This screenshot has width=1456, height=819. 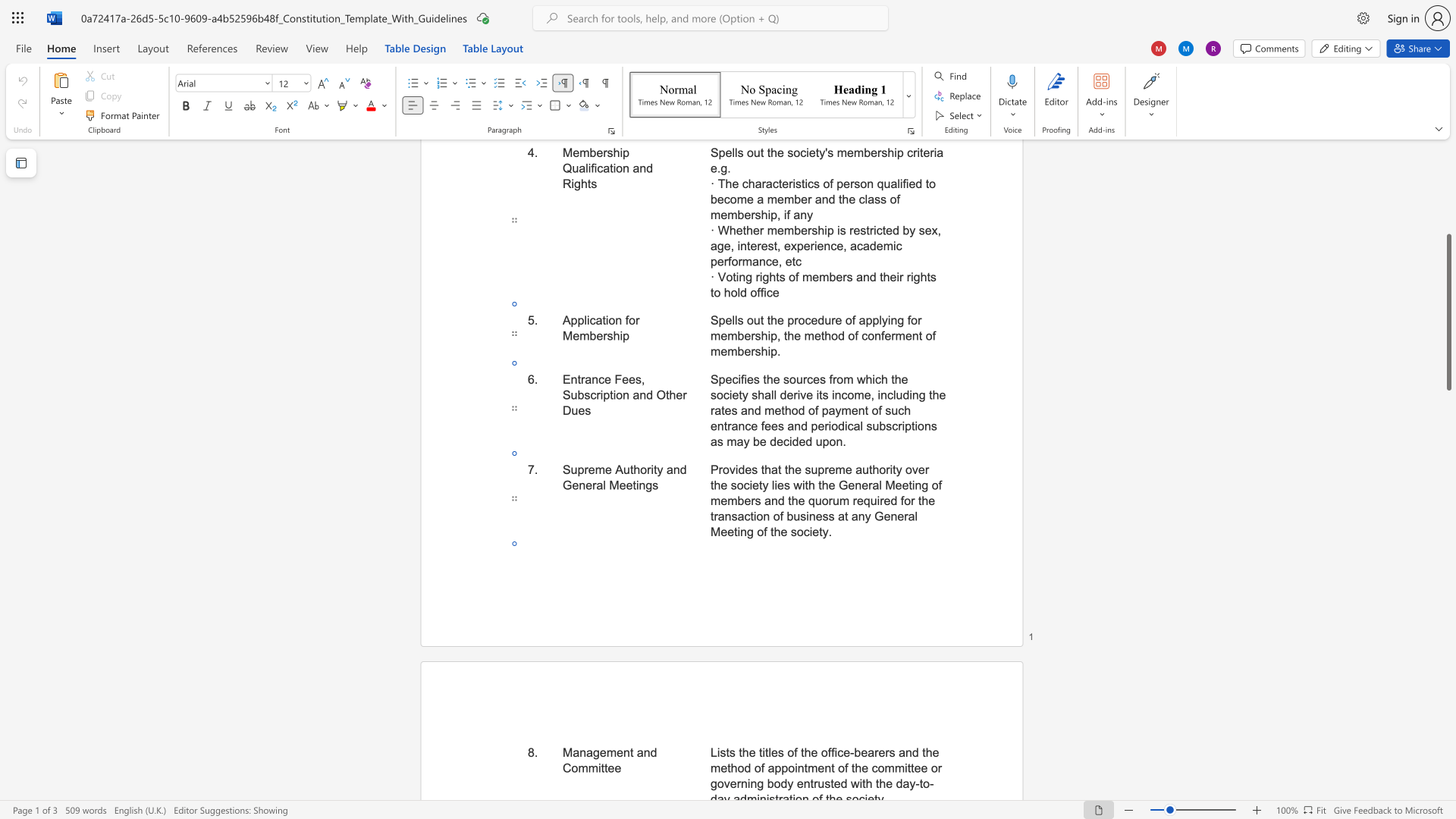 I want to click on the space between the continuous character "u" and "p" in the text, so click(x=576, y=469).